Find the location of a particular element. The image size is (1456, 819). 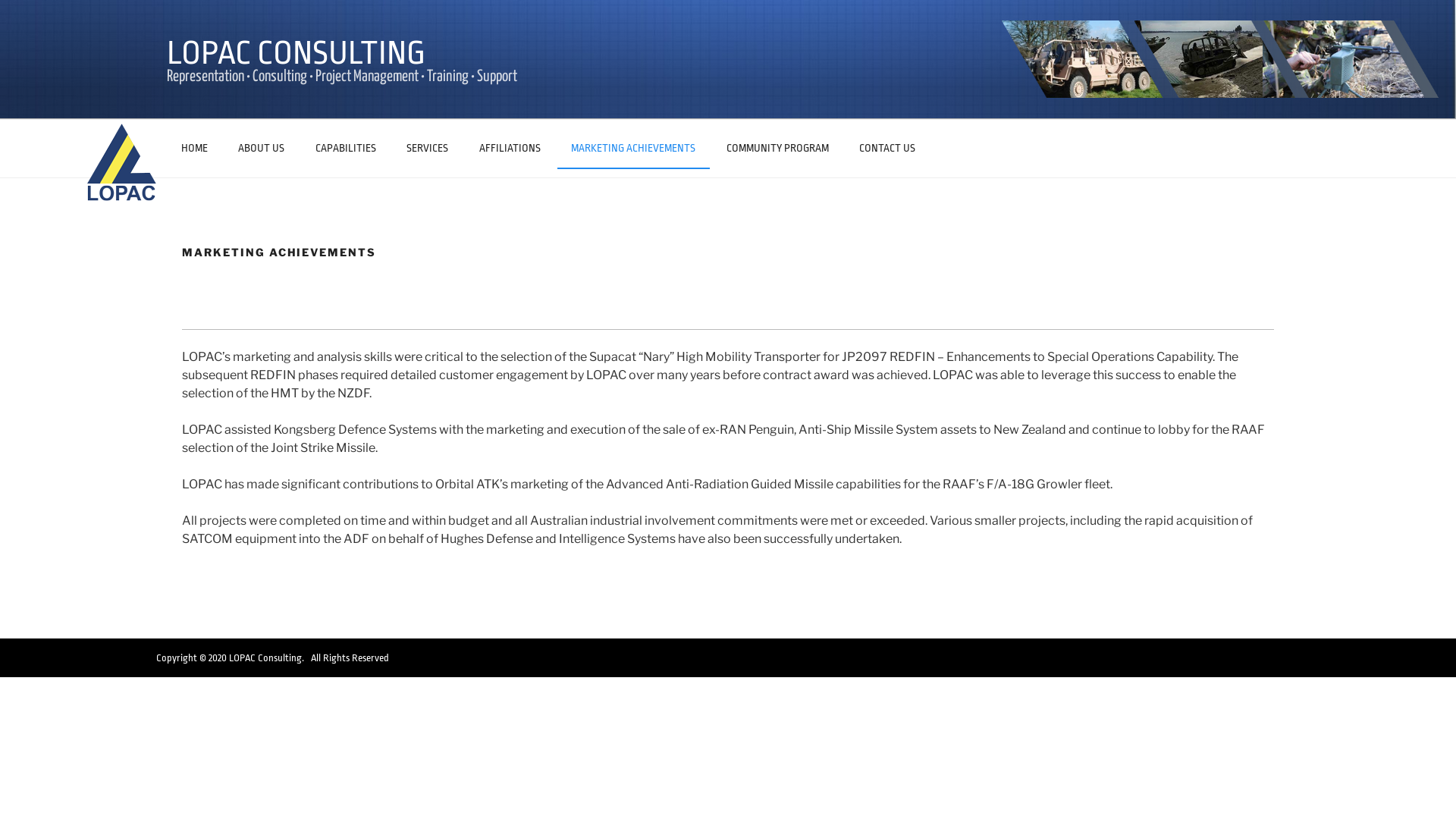

'SERVICES' is located at coordinates (427, 147).